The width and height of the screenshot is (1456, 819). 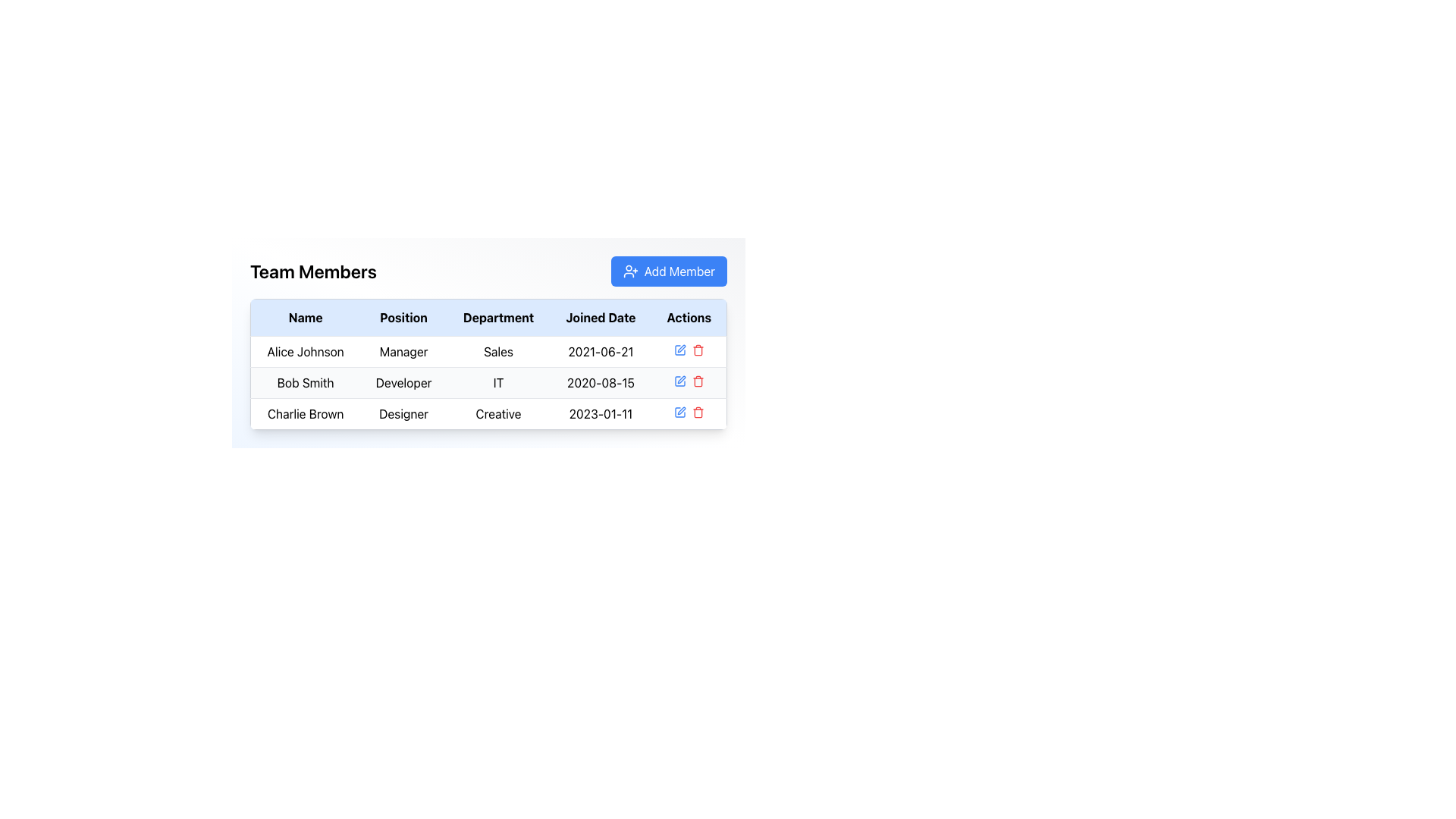 What do you see at coordinates (668, 271) in the screenshot?
I see `the 'Add Member' button located on the right side of the interface, adjacent to the 'Team Members' title, to observe its hover state` at bounding box center [668, 271].